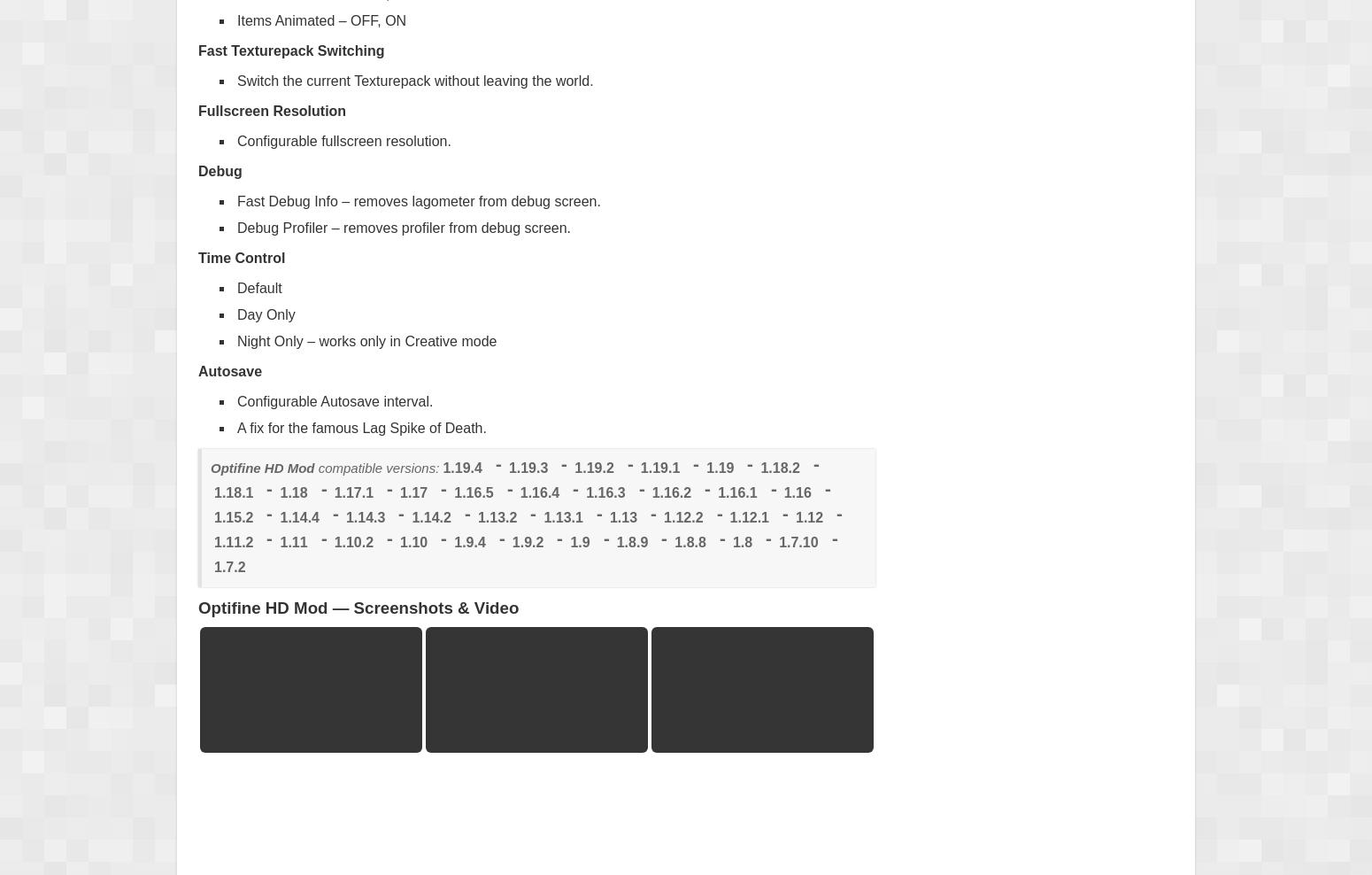 Image resolution: width=1372 pixels, height=875 pixels. Describe the element at coordinates (689, 541) in the screenshot. I see `'1.8.8'` at that location.